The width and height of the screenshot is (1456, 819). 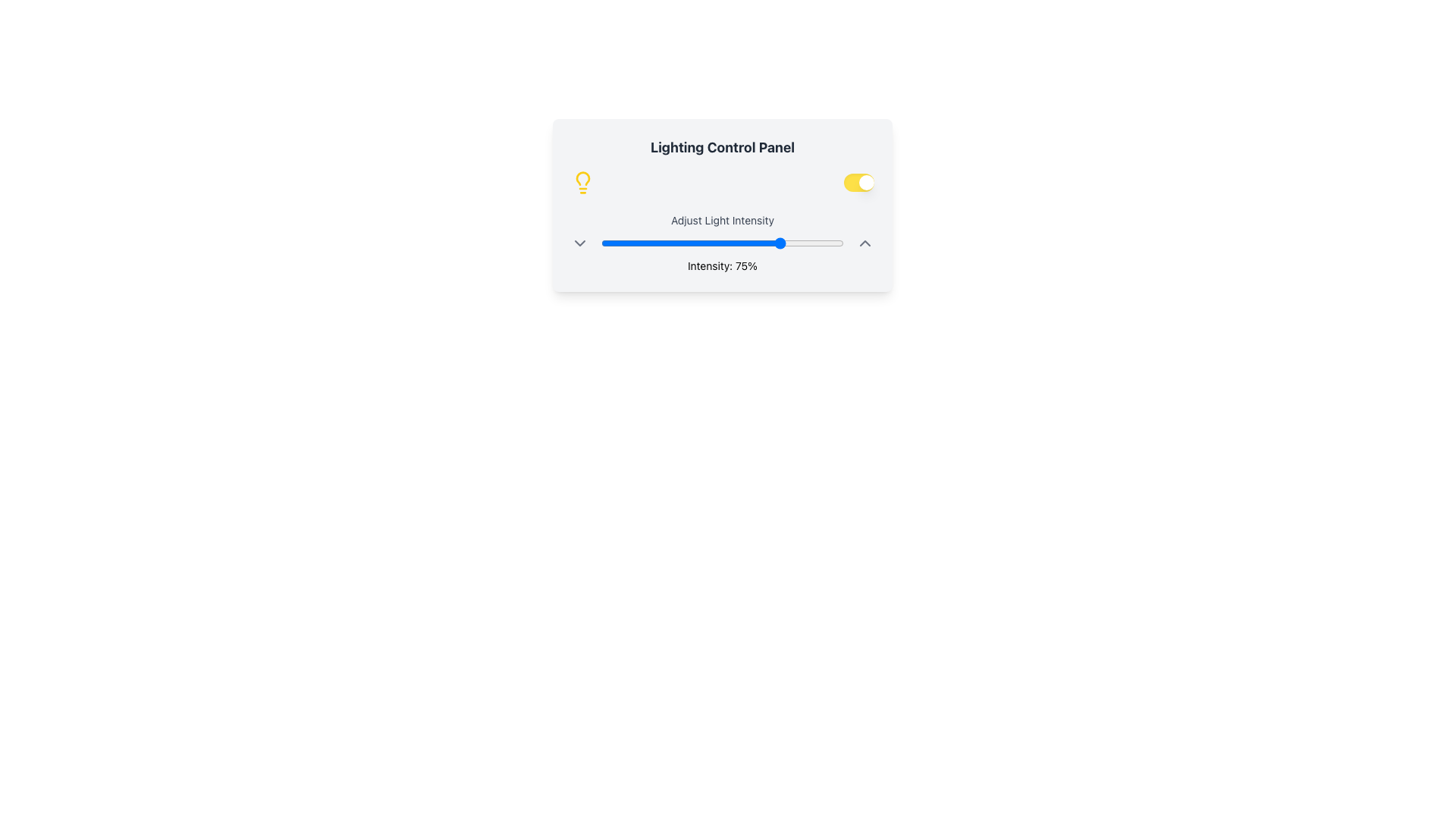 What do you see at coordinates (702, 242) in the screenshot?
I see `light intensity` at bounding box center [702, 242].